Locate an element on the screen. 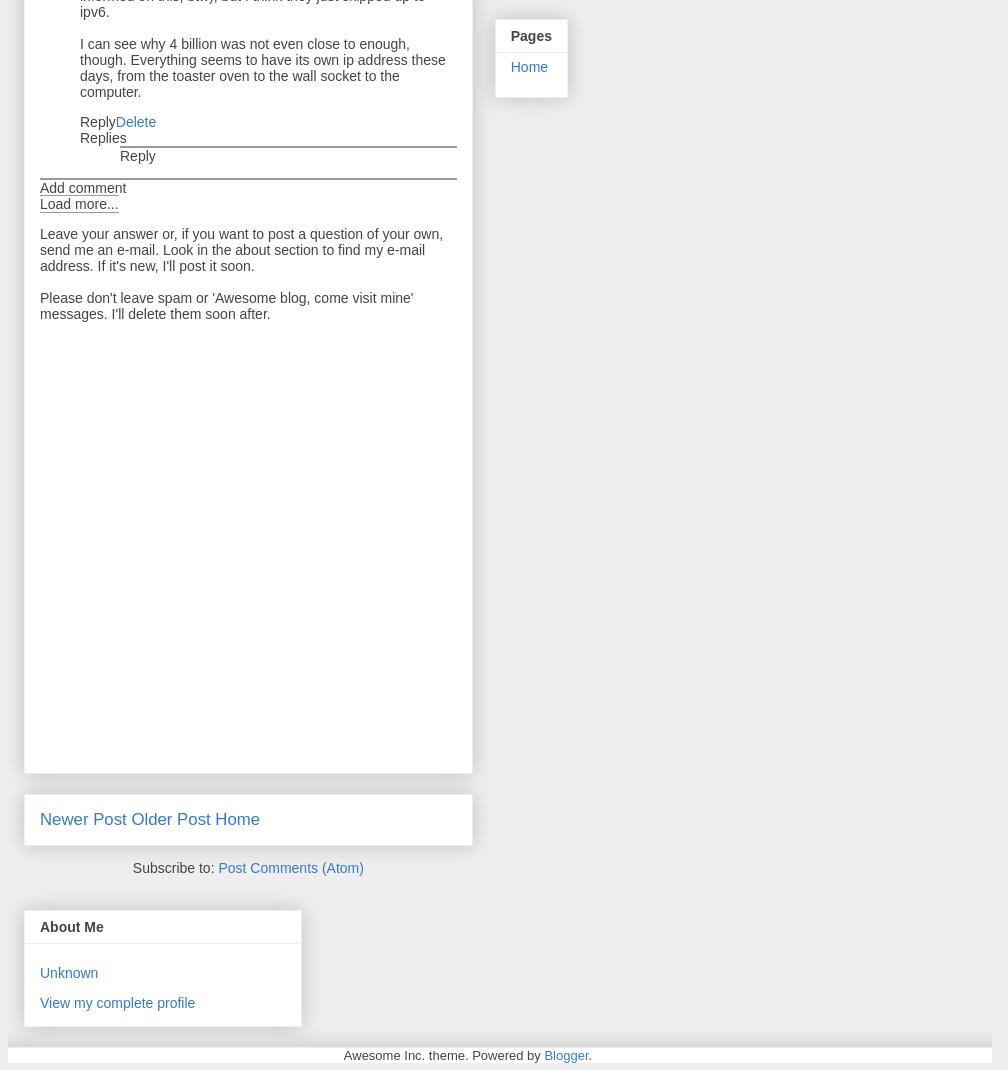 Image resolution: width=1008 pixels, height=1070 pixels. 'Older Post' is located at coordinates (131, 818).